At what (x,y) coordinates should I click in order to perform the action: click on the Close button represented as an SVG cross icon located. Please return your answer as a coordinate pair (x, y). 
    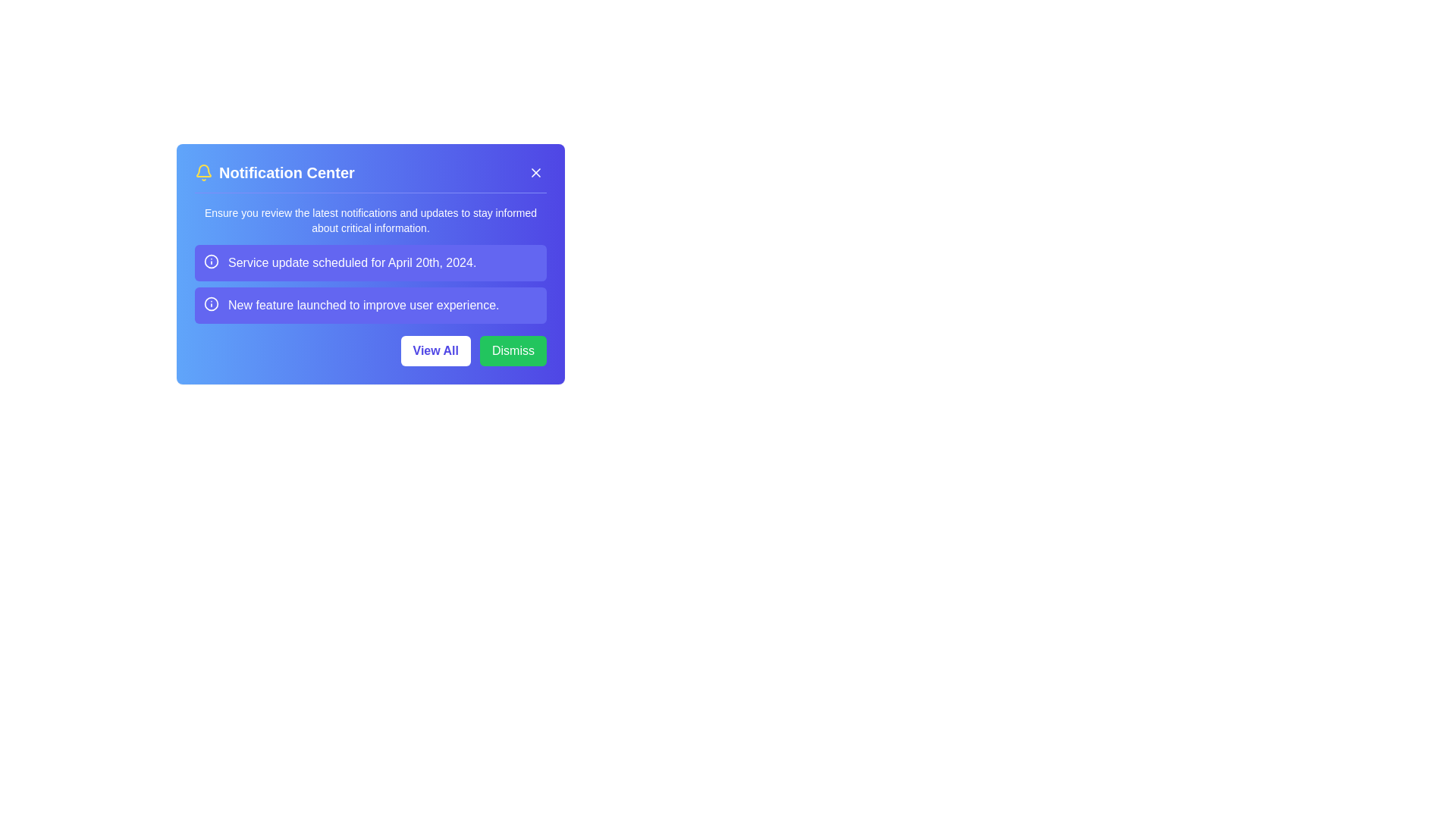
    Looking at the image, I should click on (535, 171).